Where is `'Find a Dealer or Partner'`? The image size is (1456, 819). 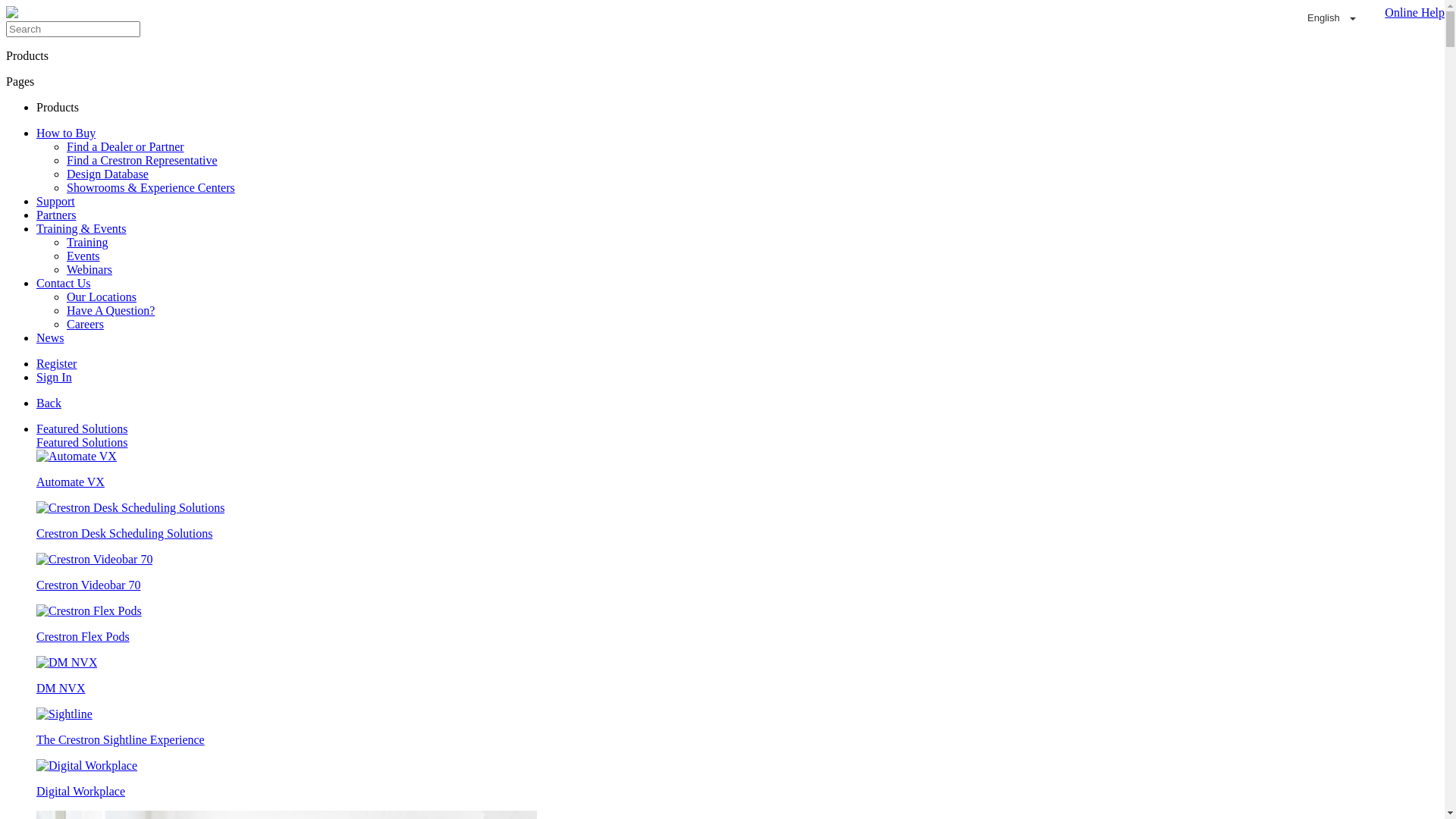
'Find a Dealer or Partner' is located at coordinates (65, 146).